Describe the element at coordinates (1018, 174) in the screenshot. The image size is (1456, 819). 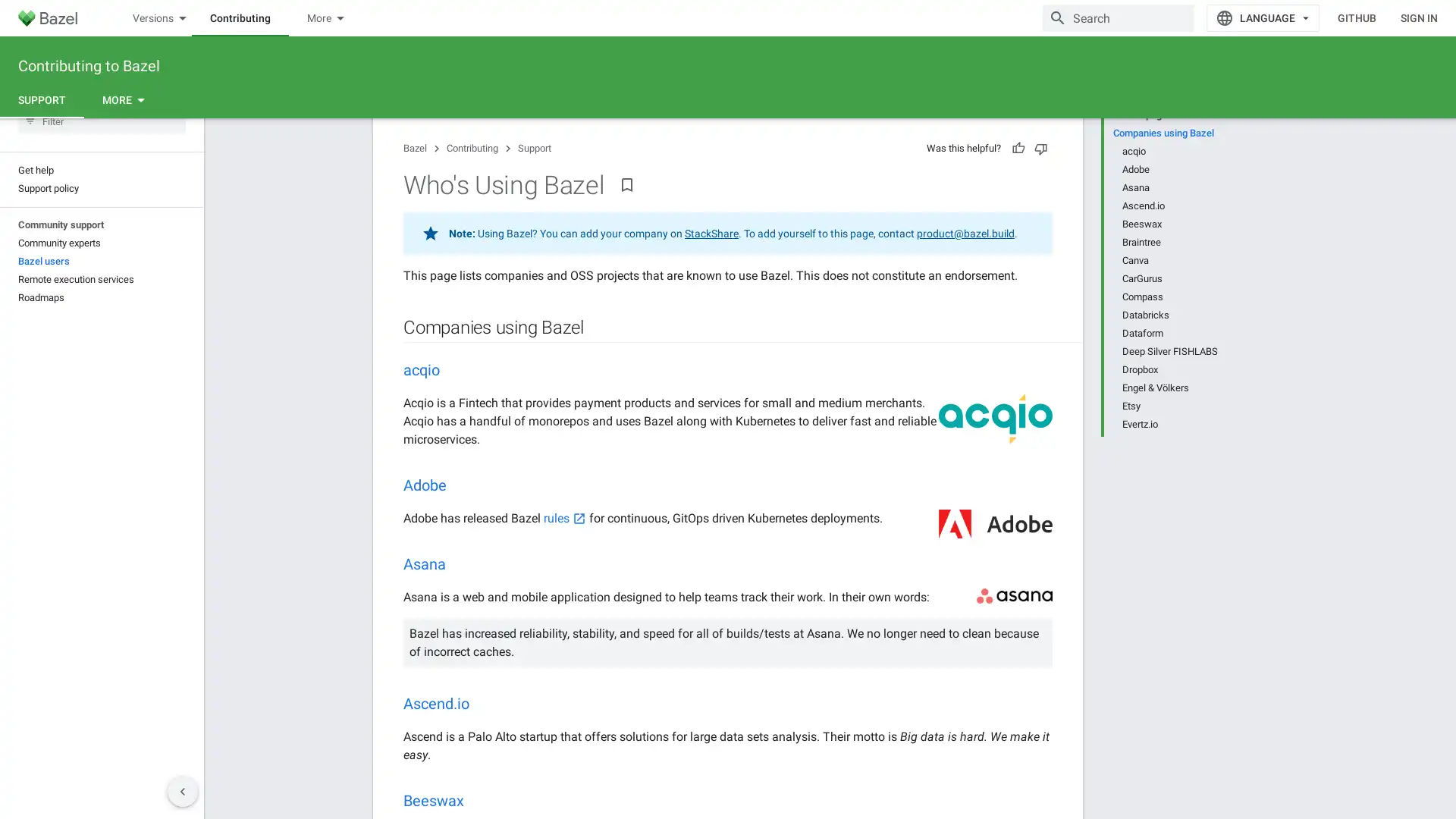
I see `Helpful` at that location.